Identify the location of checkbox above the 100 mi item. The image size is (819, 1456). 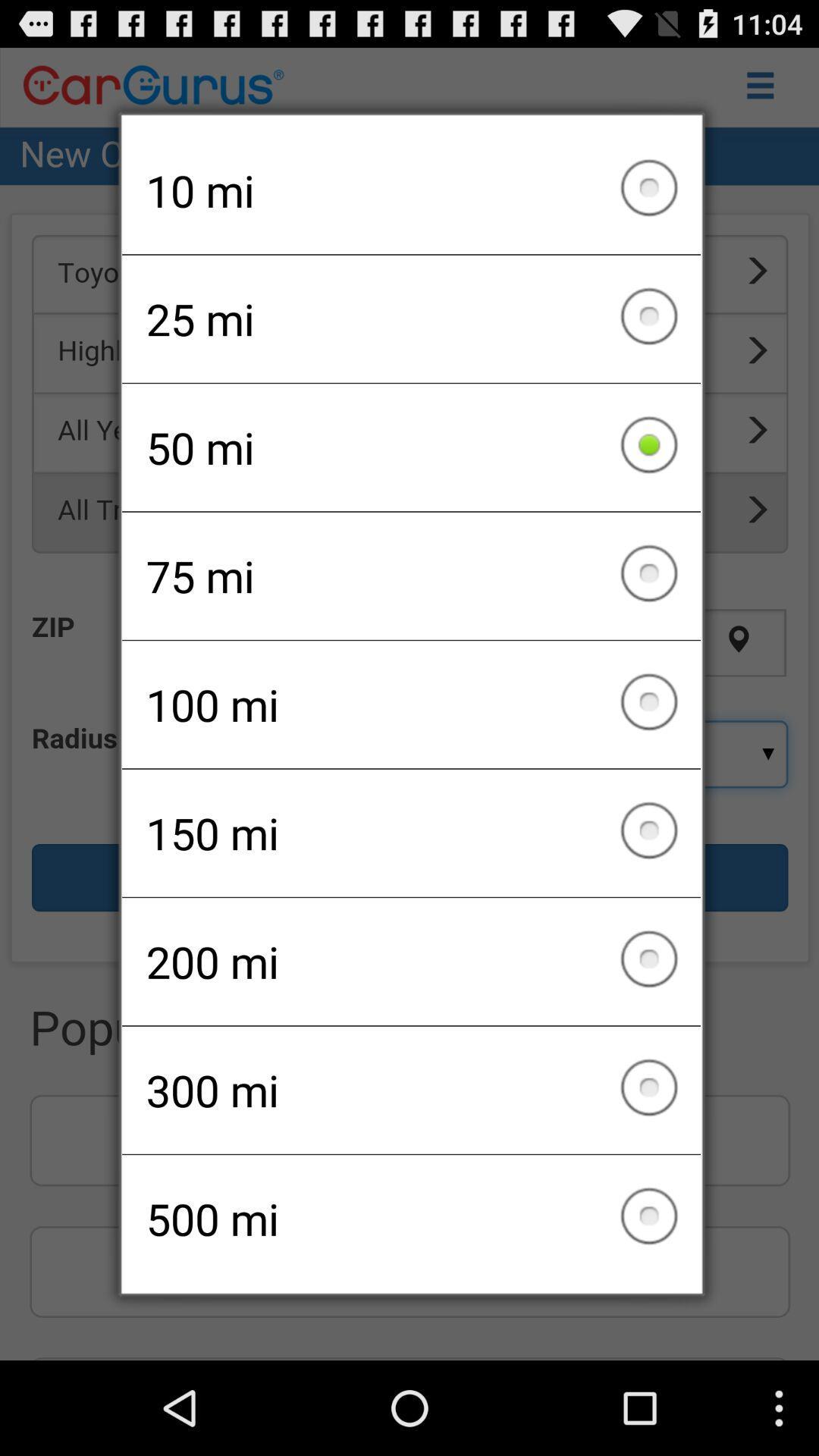
(411, 575).